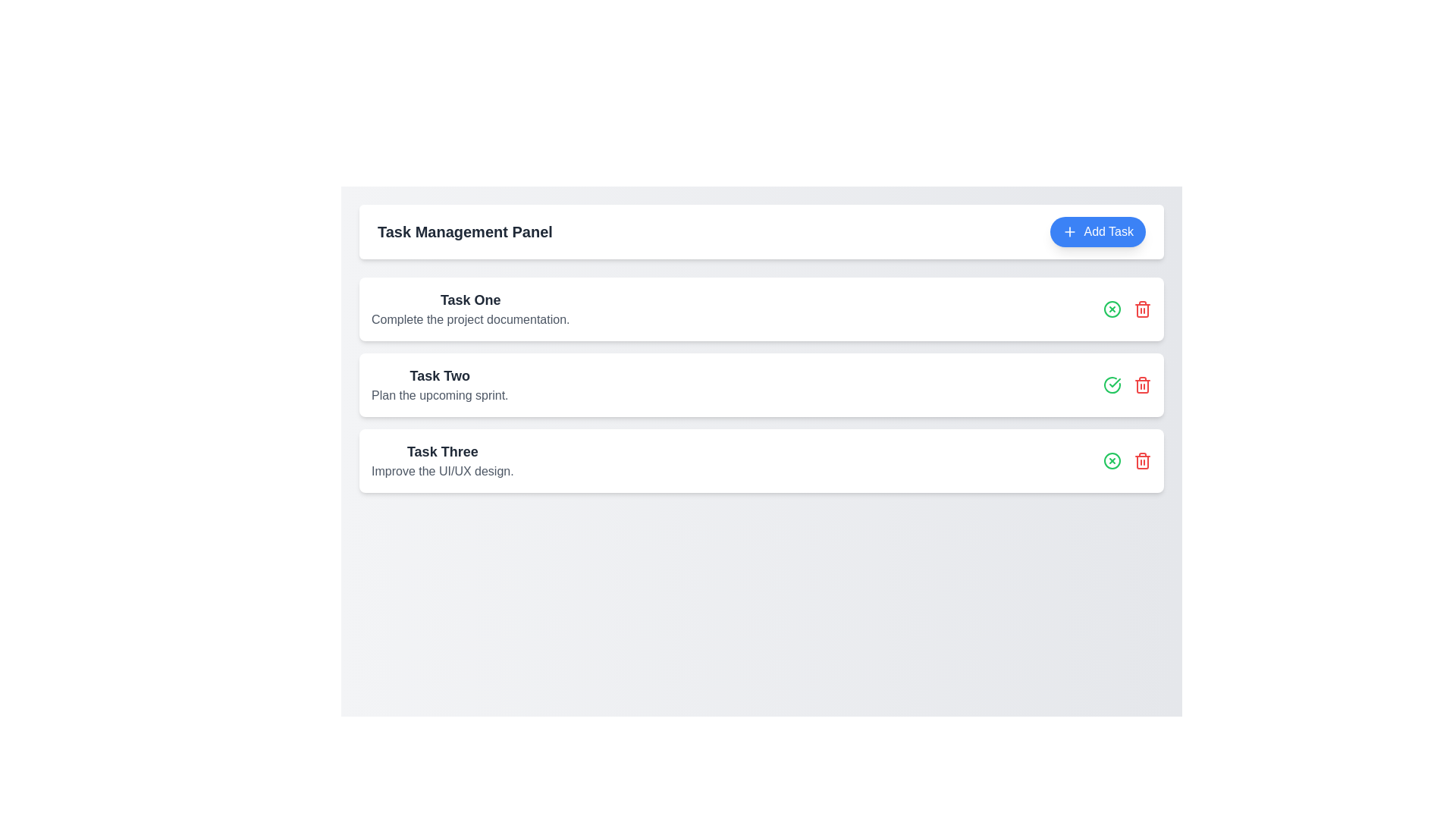  Describe the element at coordinates (464, 231) in the screenshot. I see `the 'Task Management Panel' text label, which serves as a header for the section to help users identify its purpose` at that location.